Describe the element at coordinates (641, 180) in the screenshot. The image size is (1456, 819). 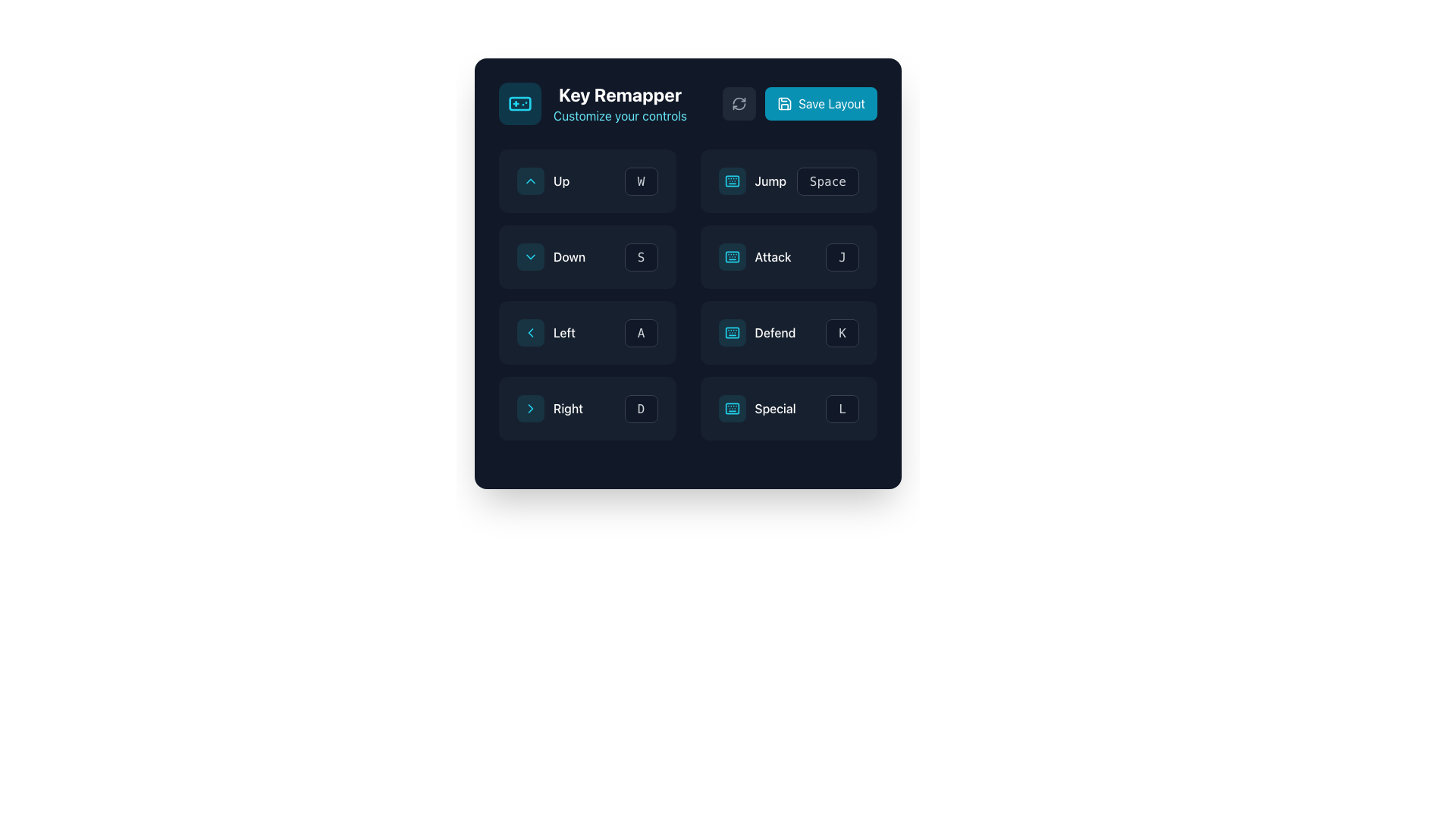
I see `the key label displaying the letter 'W', which is located inside a rounded rectangular button with a dark-gray background and lighter-gray border, positioned in the first column and second row of the key remapping interface` at that location.